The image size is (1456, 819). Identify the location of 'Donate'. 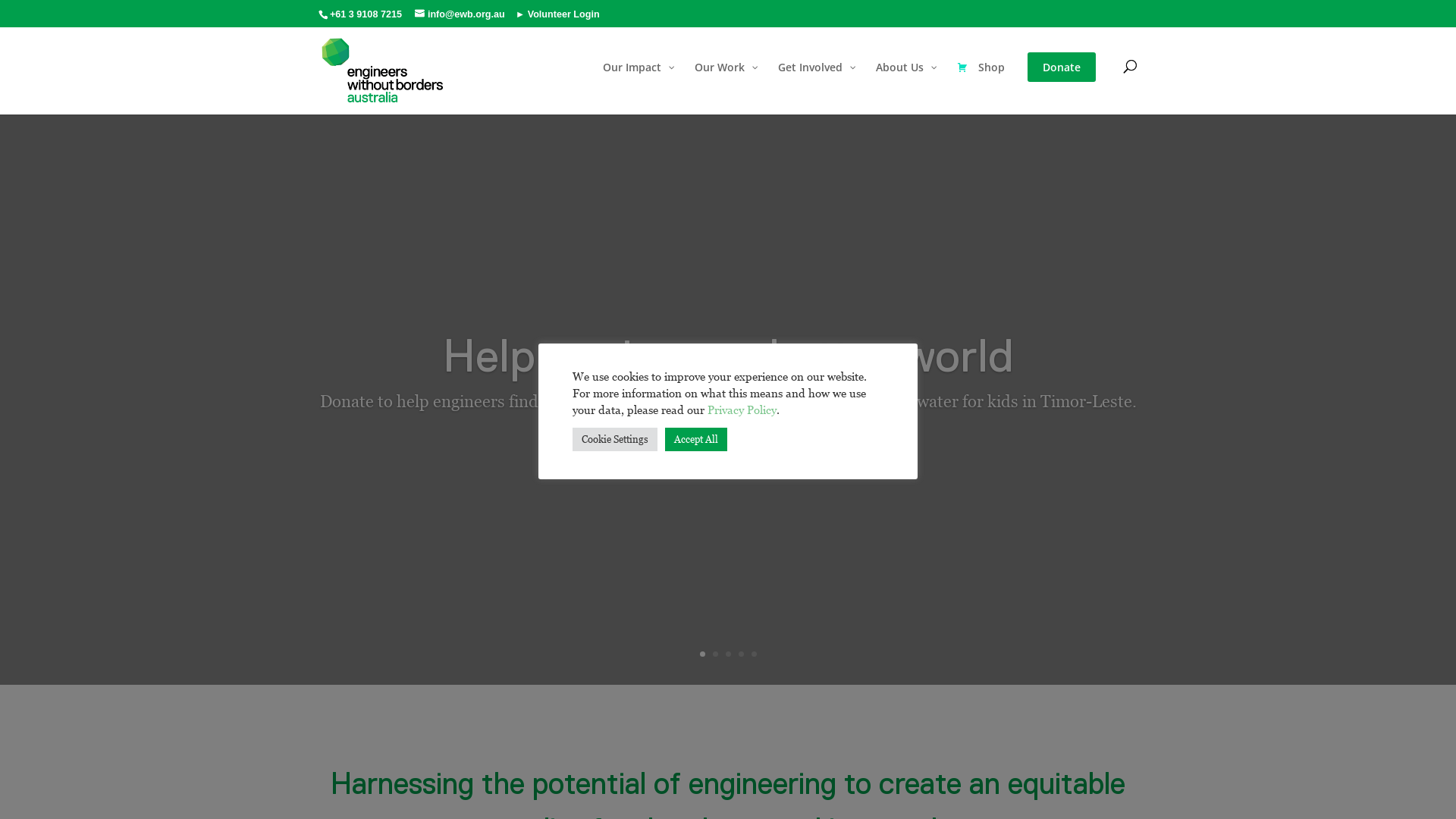
(1061, 87).